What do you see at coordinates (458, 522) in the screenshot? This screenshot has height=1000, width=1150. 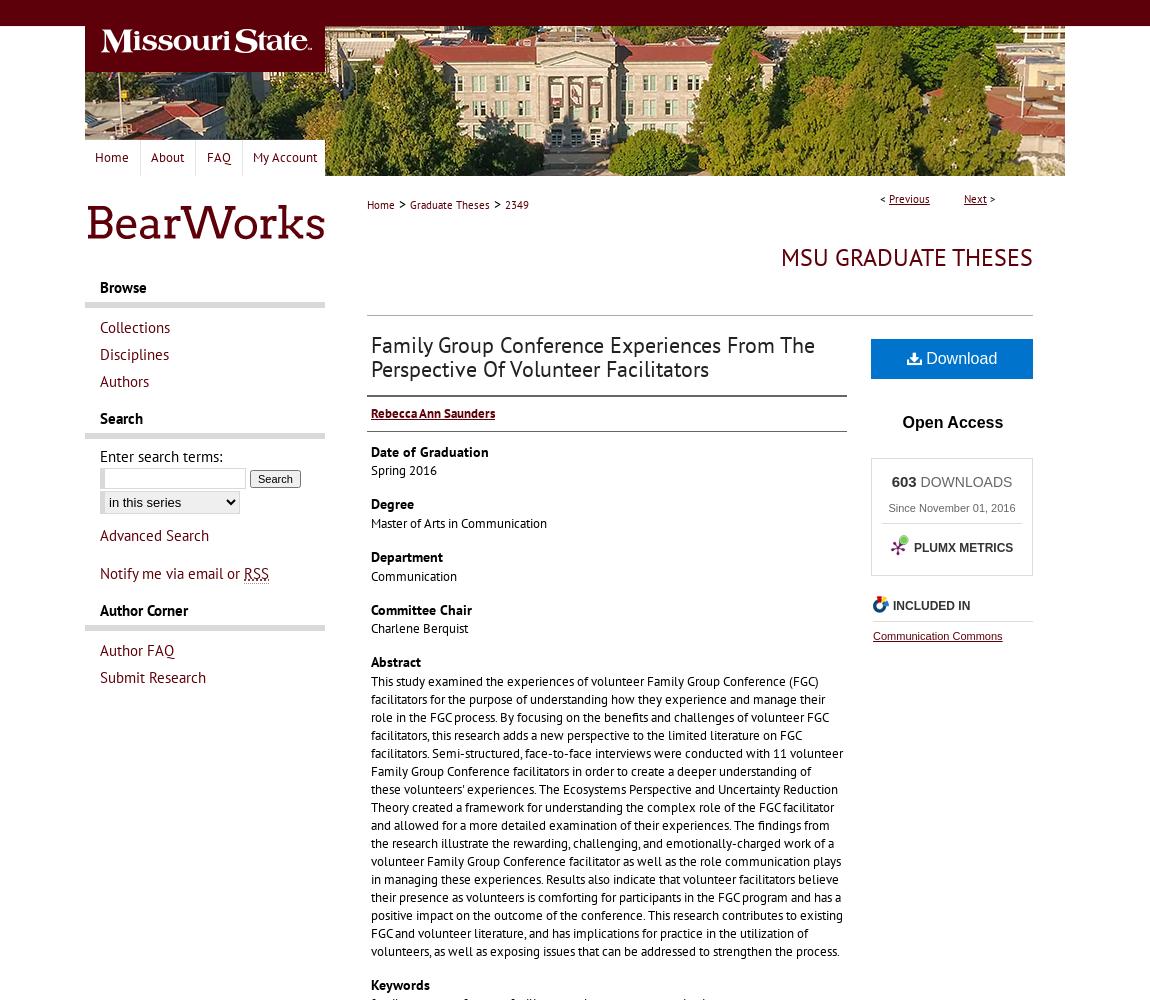 I see `'Master of Arts in Communication'` at bounding box center [458, 522].